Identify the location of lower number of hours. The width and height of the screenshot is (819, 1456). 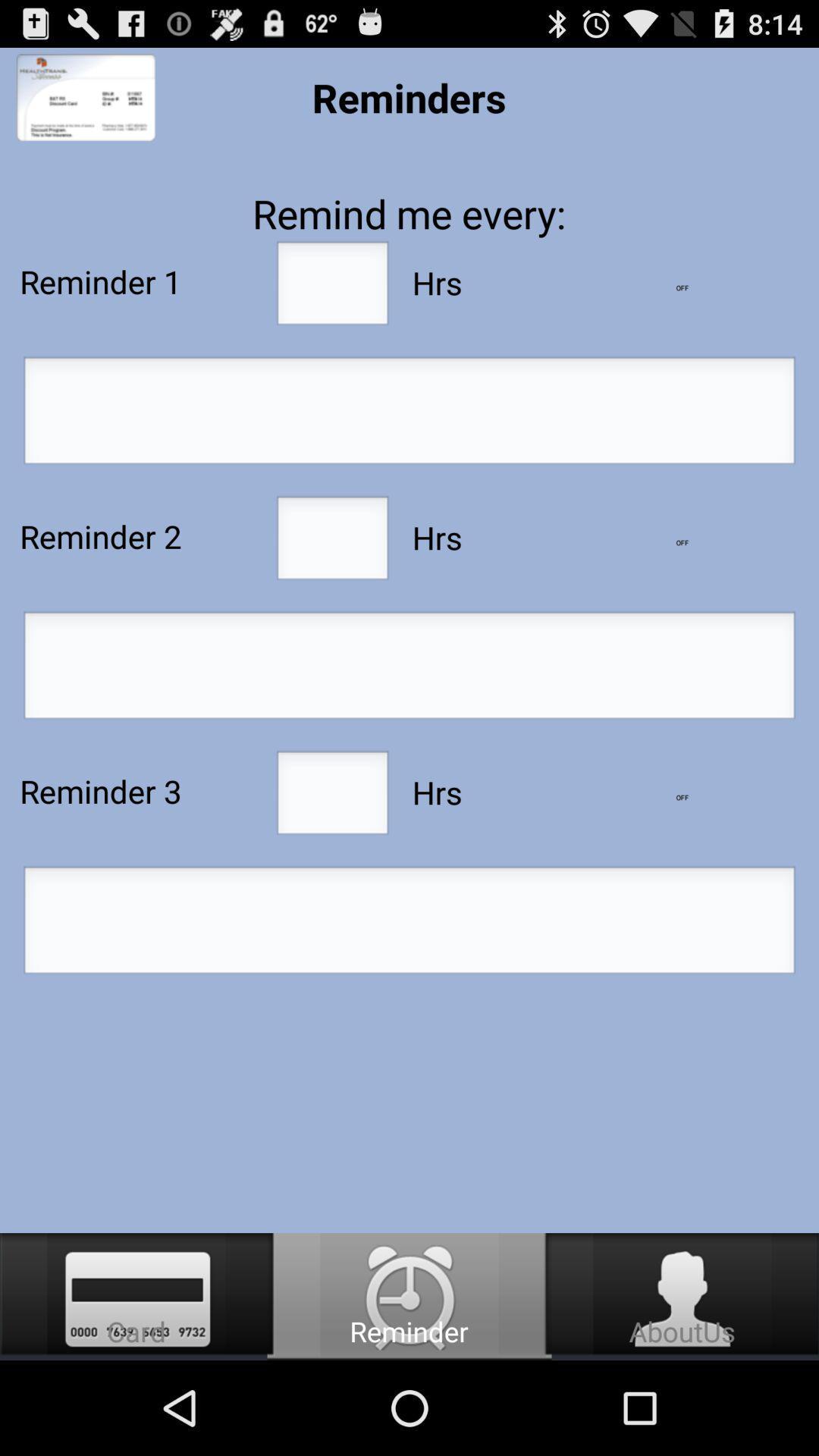
(681, 287).